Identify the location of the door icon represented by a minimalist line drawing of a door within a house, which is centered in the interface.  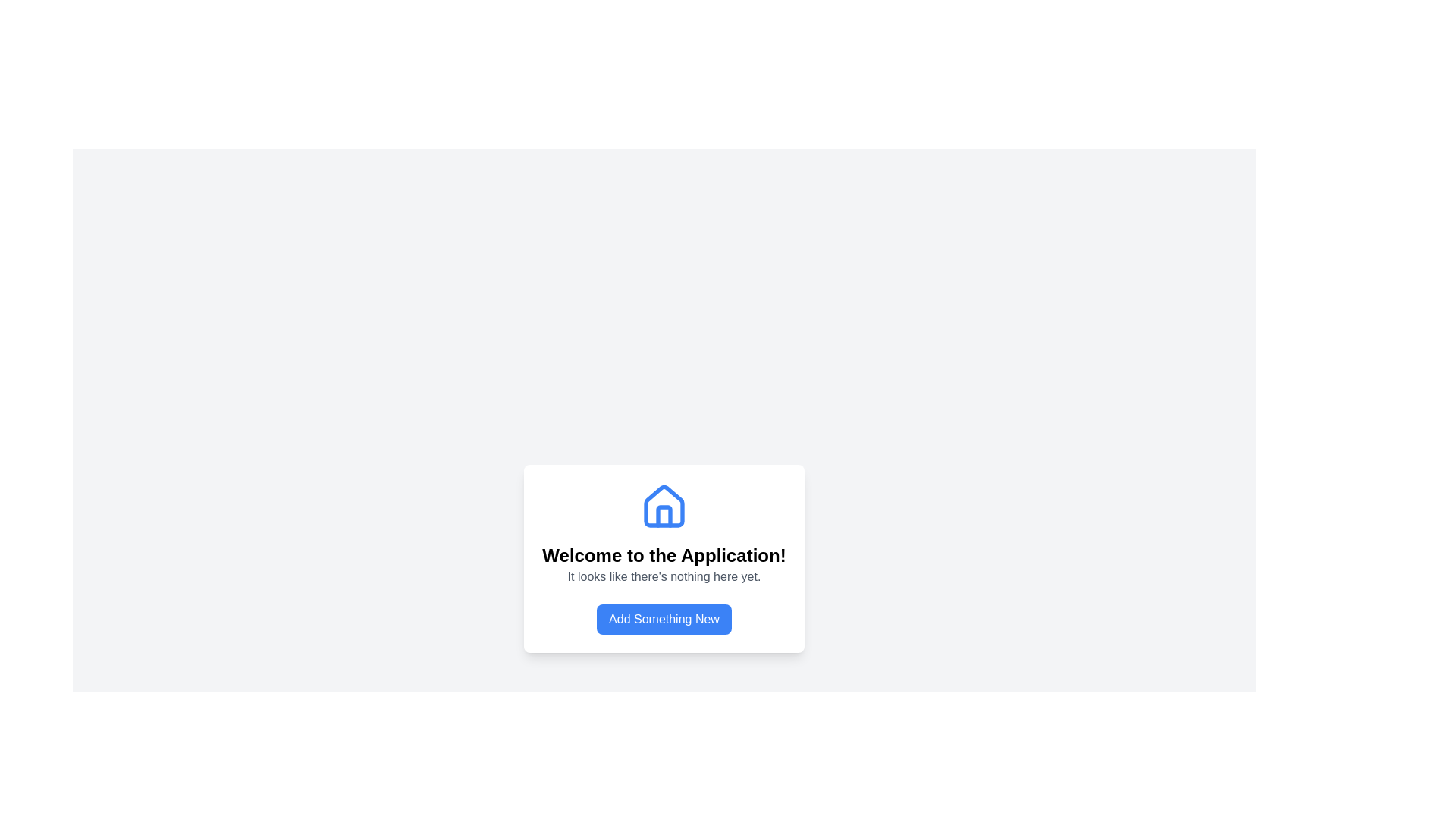
(664, 516).